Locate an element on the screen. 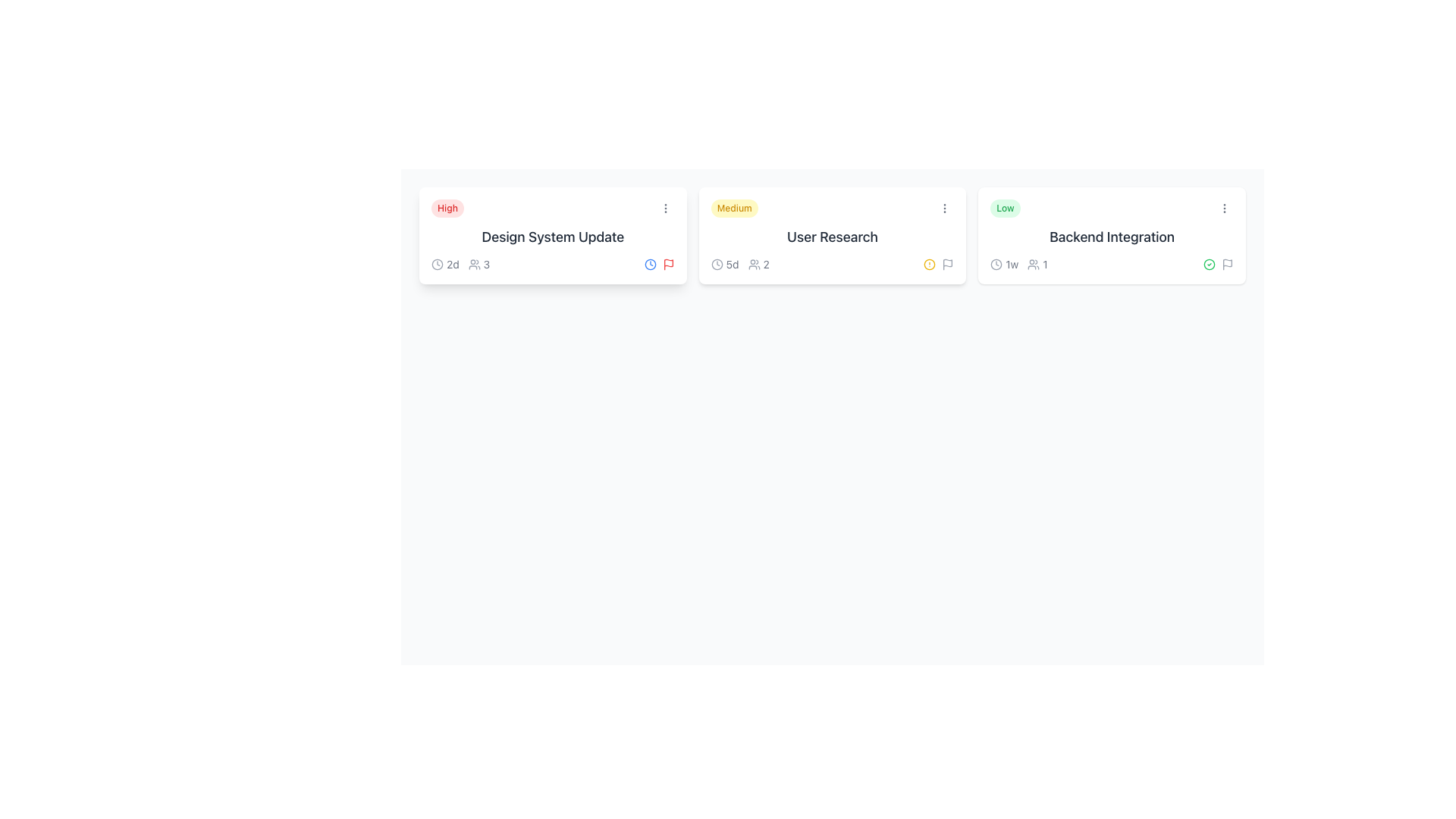 The image size is (1456, 819). the static text label indicating time duration, positioned to the right of the clock icon within the second item of the 'User Research' card is located at coordinates (733, 263).